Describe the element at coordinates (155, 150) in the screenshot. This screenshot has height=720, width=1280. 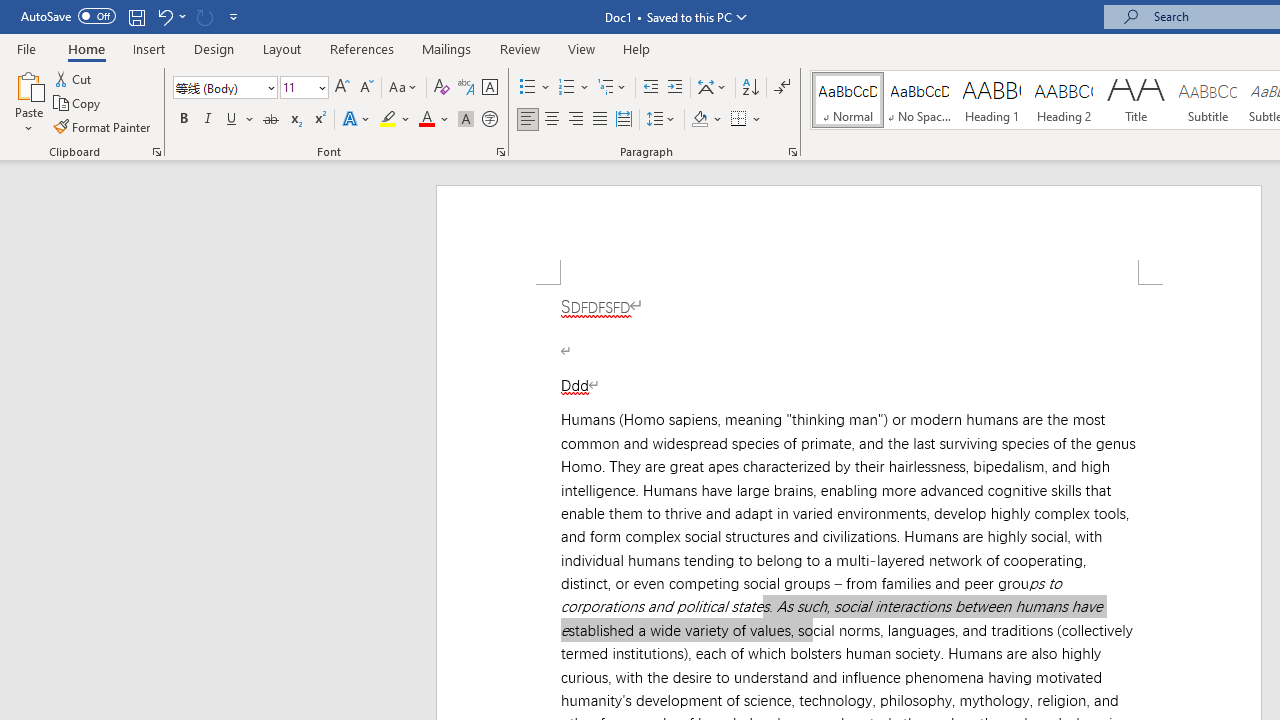
I see `'Office Clipboard...'` at that location.